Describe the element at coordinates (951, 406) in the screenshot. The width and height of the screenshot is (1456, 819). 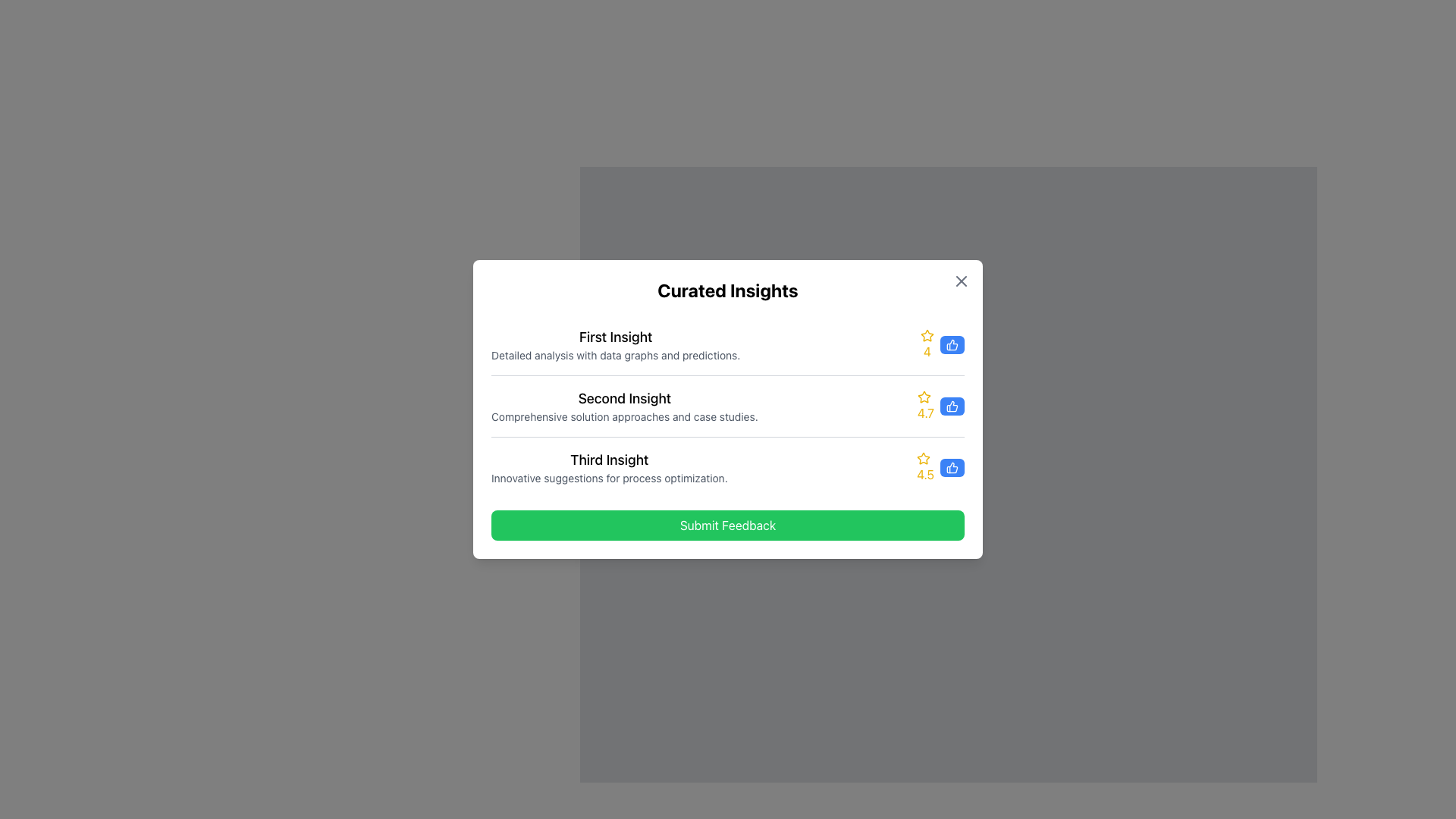
I see `the thumbs-up icon adjacent to the numeric value '4.7' in the second list item of the modal window to interact with it` at that location.